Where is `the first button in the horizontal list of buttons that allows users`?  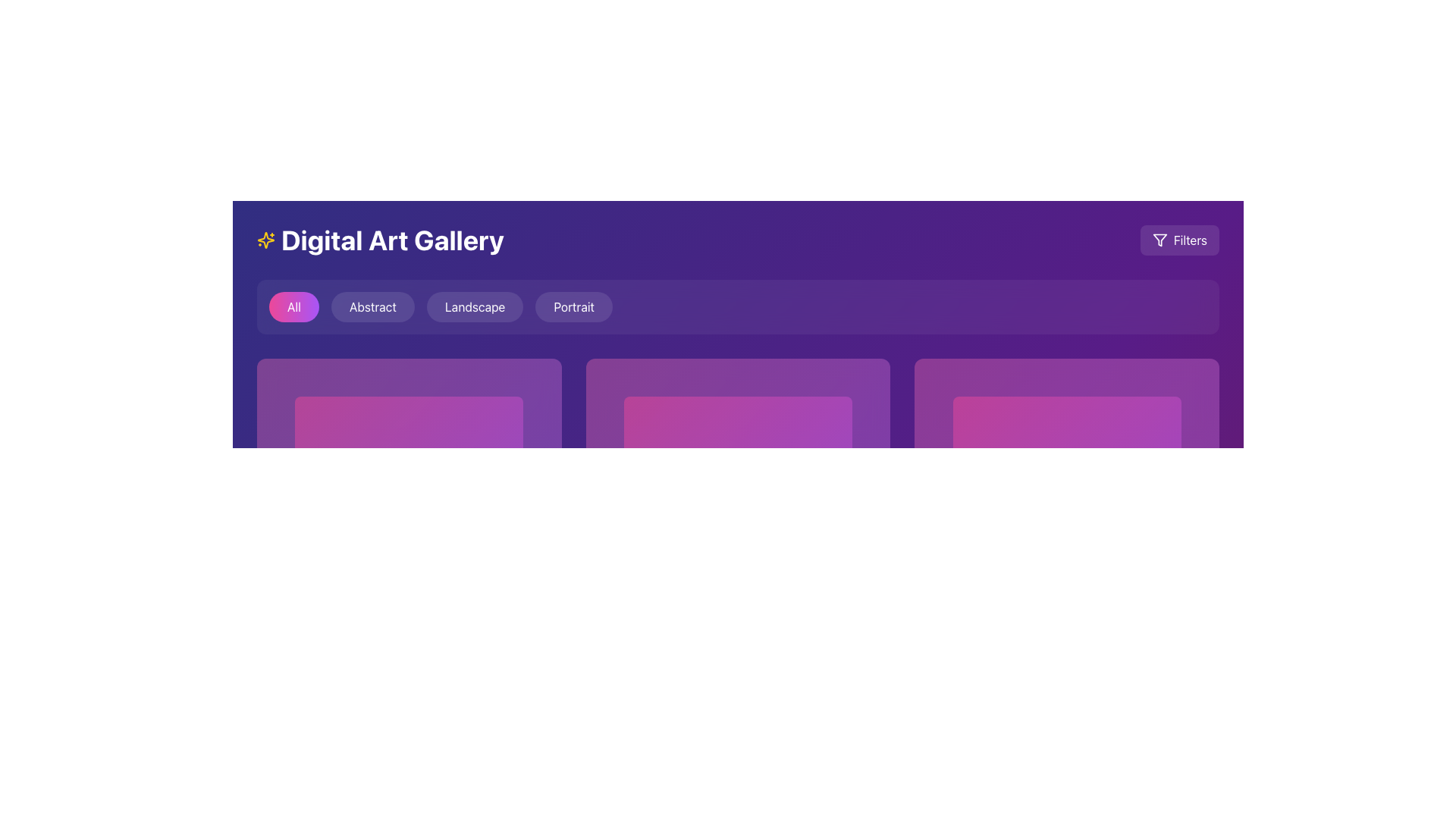
the first button in the horizontal list of buttons that allows users is located at coordinates (294, 307).